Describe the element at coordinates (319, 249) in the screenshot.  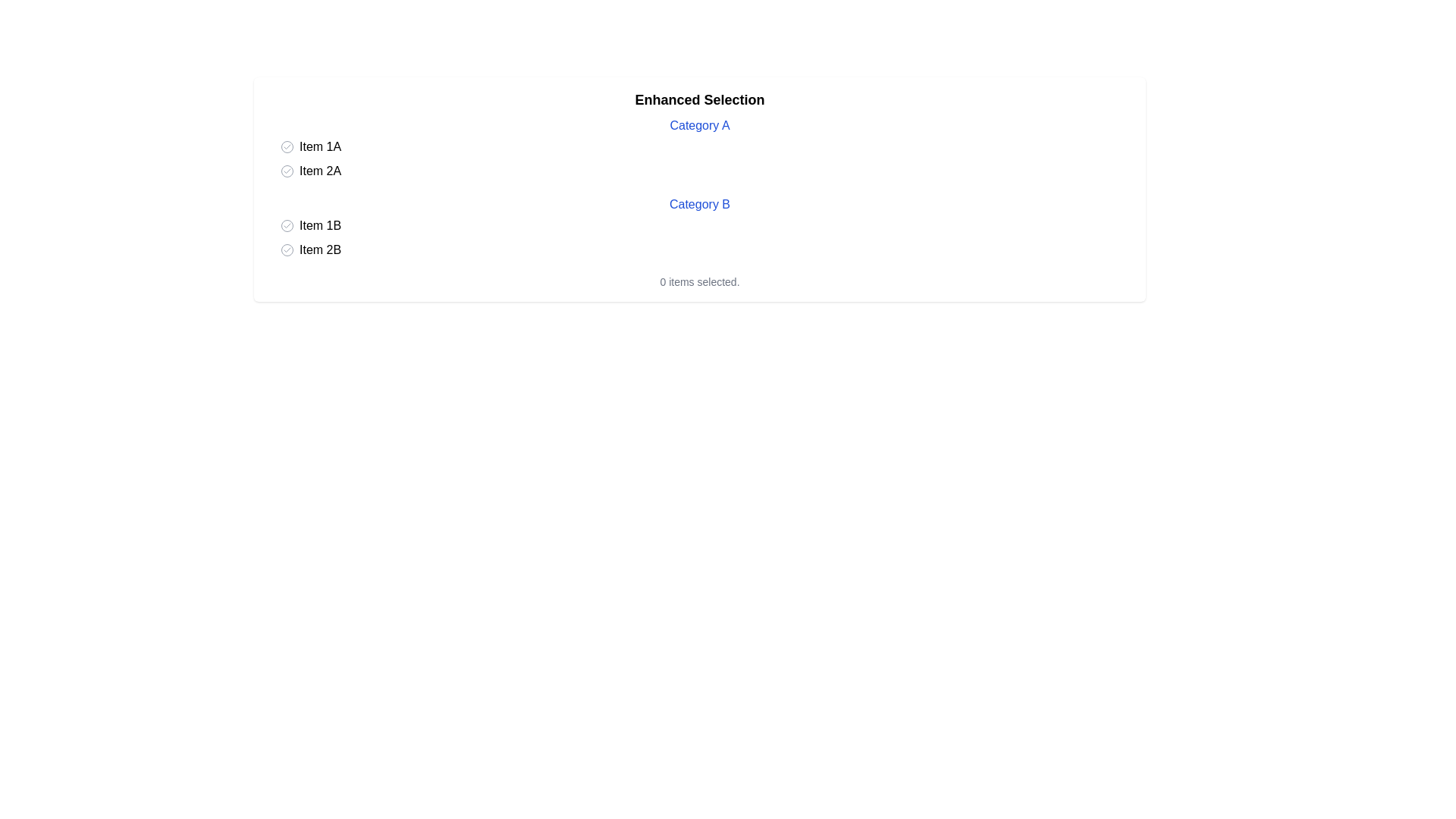
I see `text of the list item 'Item 2B', which is the fourth item in the vertically ordered list under 'Item 1B' within the 'Category B' section` at that location.